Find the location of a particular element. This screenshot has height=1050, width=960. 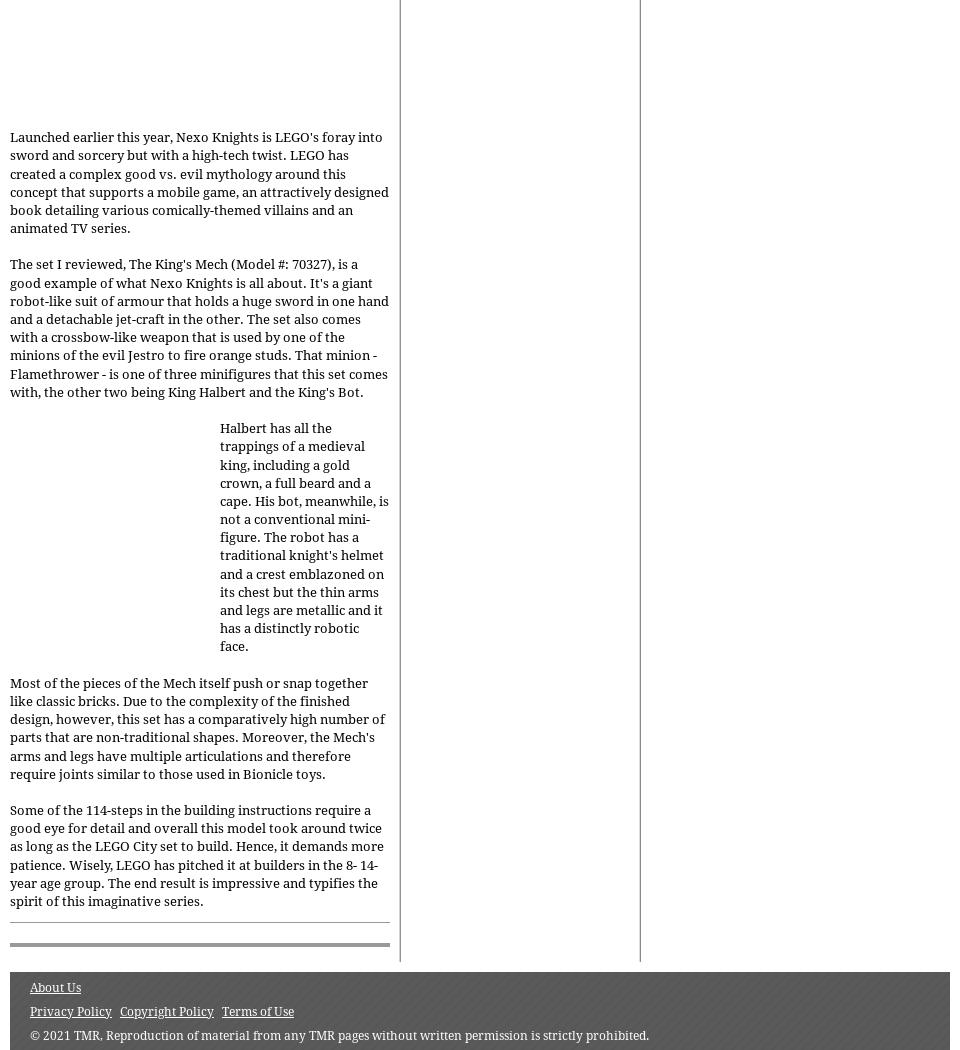

'Copyright Policy' is located at coordinates (166, 1011).